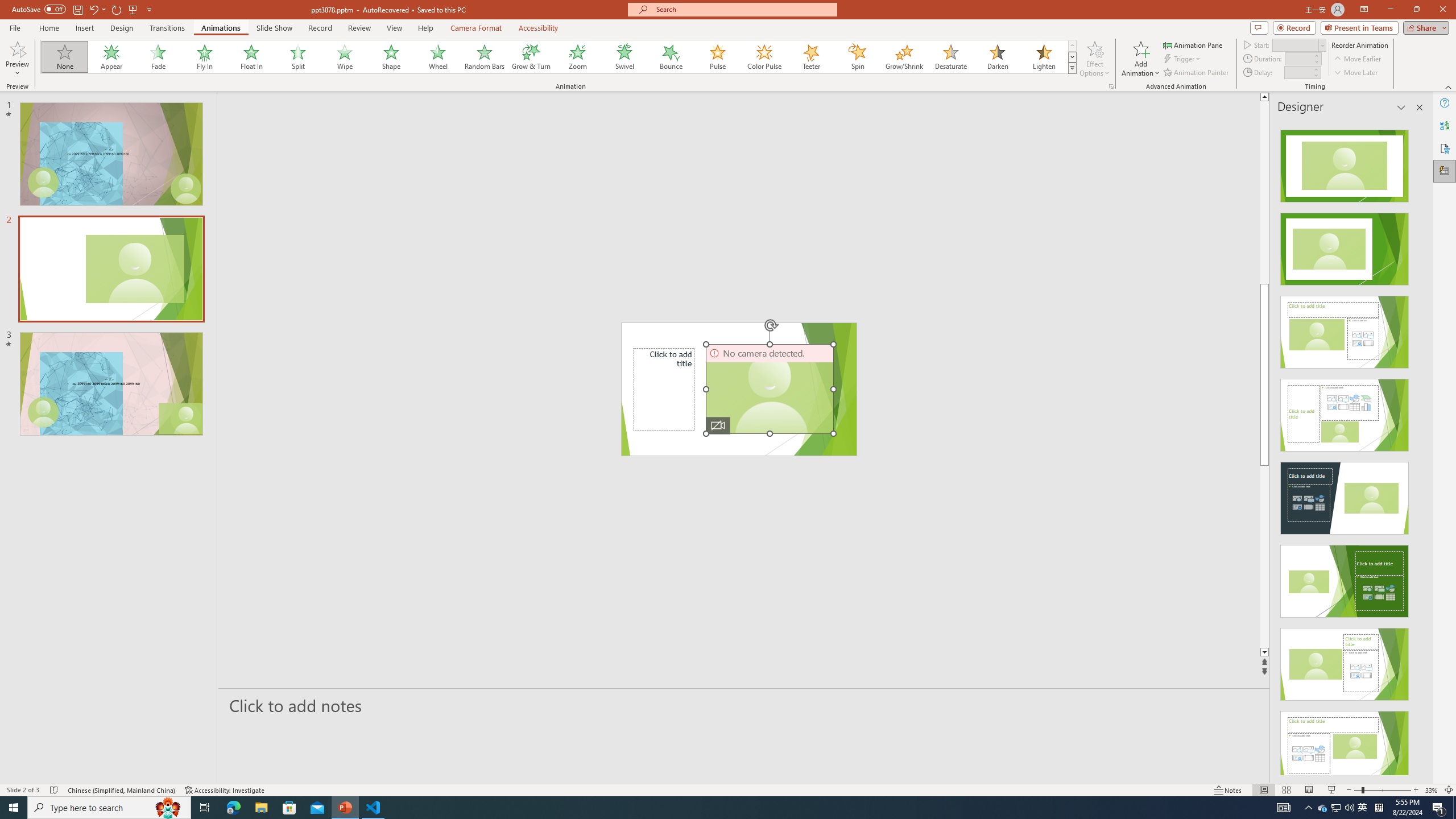 This screenshot has width=1456, height=819. Describe the element at coordinates (996, 56) in the screenshot. I see `'Darken'` at that location.